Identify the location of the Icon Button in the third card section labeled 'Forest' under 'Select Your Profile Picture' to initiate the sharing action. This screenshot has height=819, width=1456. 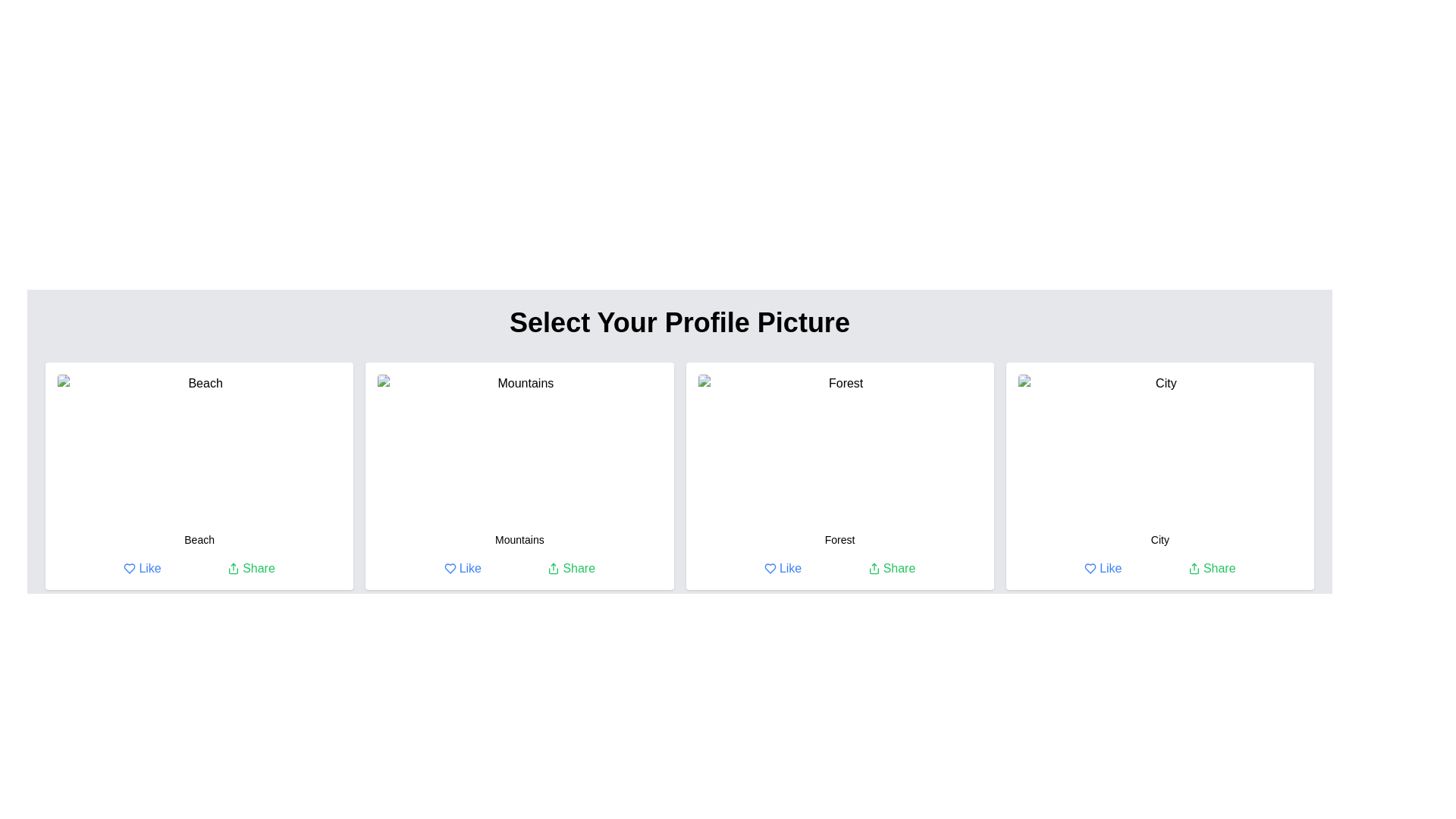
(874, 568).